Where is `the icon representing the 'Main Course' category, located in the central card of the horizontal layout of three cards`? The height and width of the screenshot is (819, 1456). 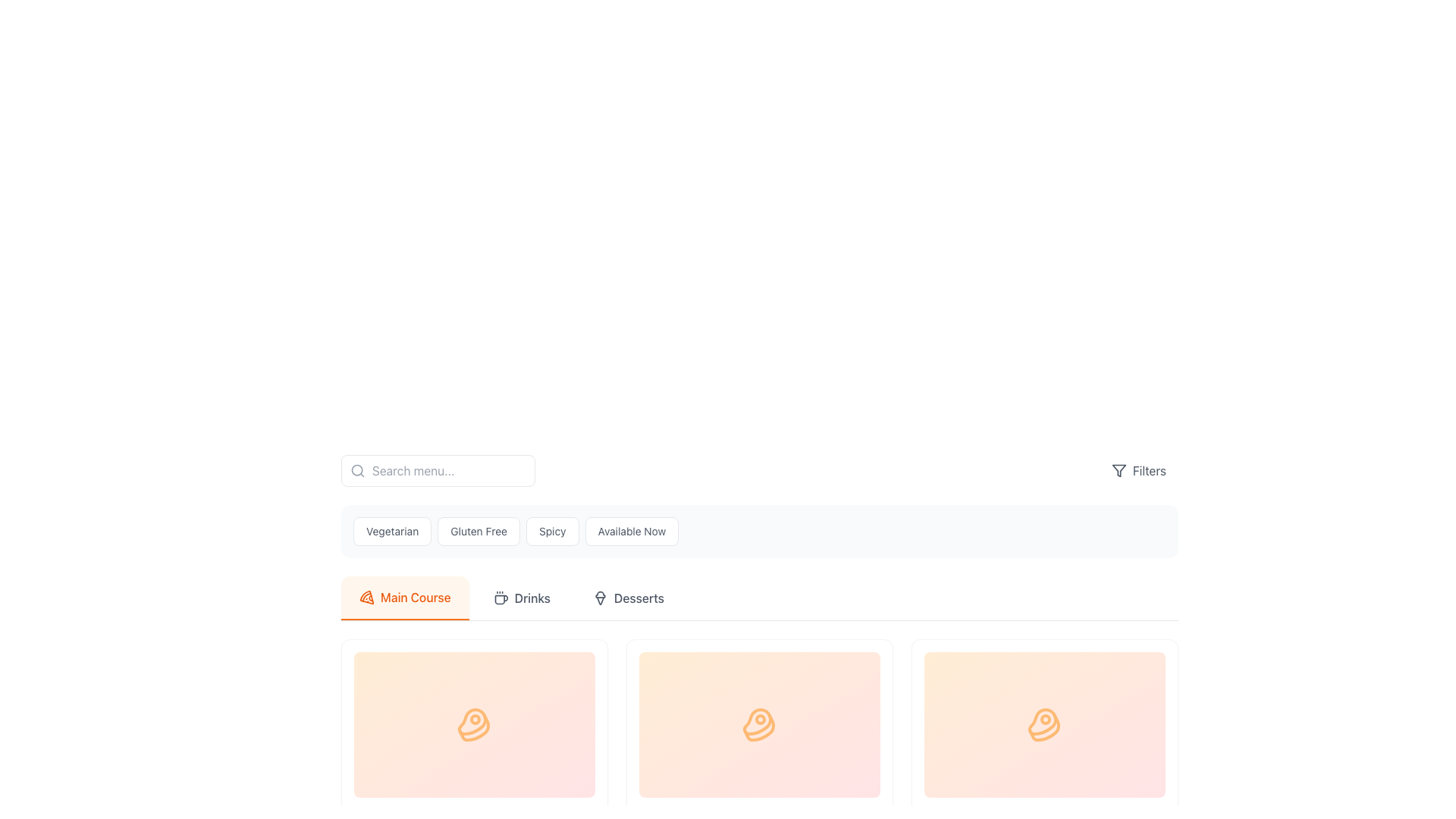 the icon representing the 'Main Course' category, located in the central card of the horizontal layout of three cards is located at coordinates (760, 724).